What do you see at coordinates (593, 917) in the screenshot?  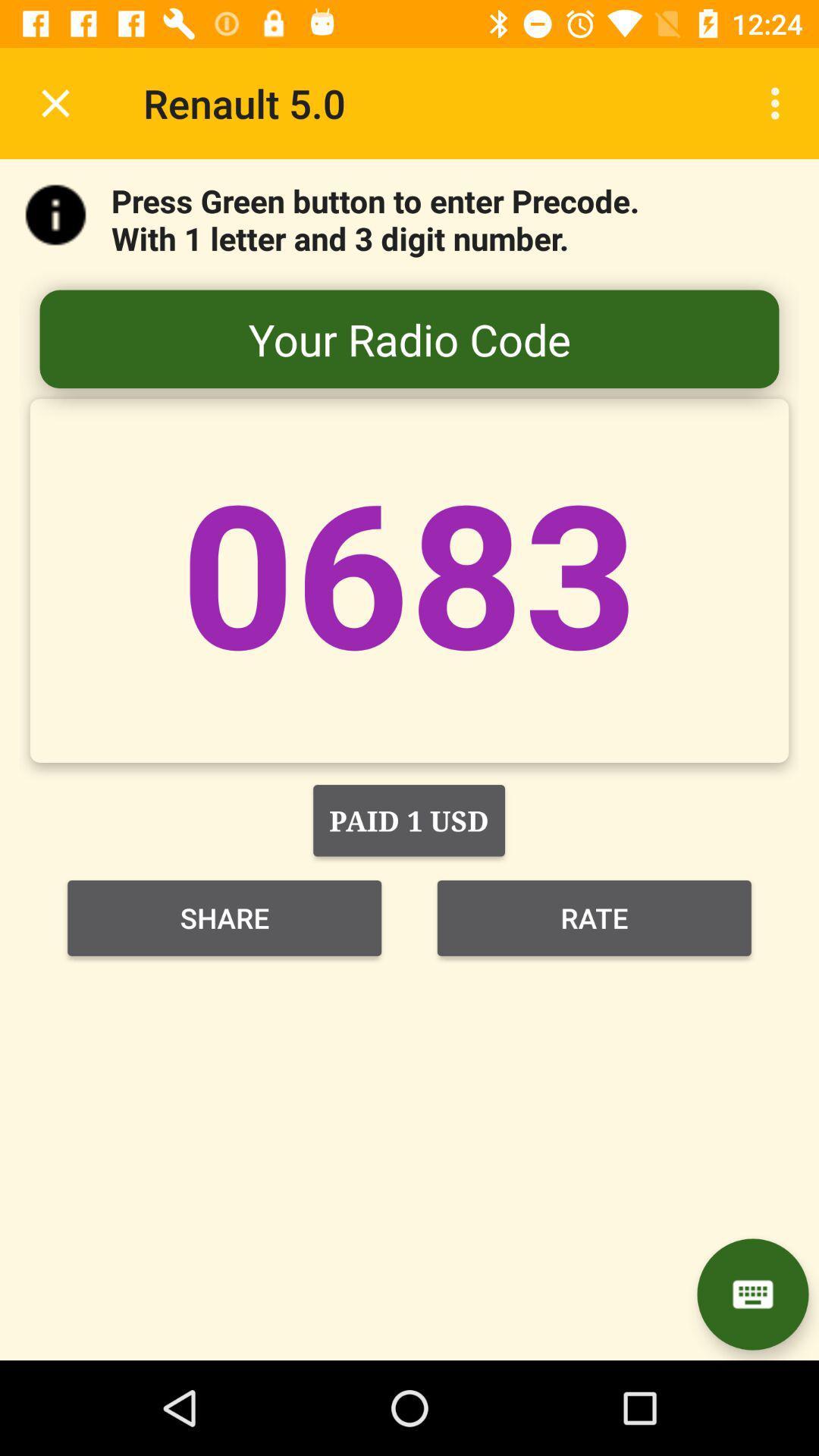 I see `the item next to the share icon` at bounding box center [593, 917].